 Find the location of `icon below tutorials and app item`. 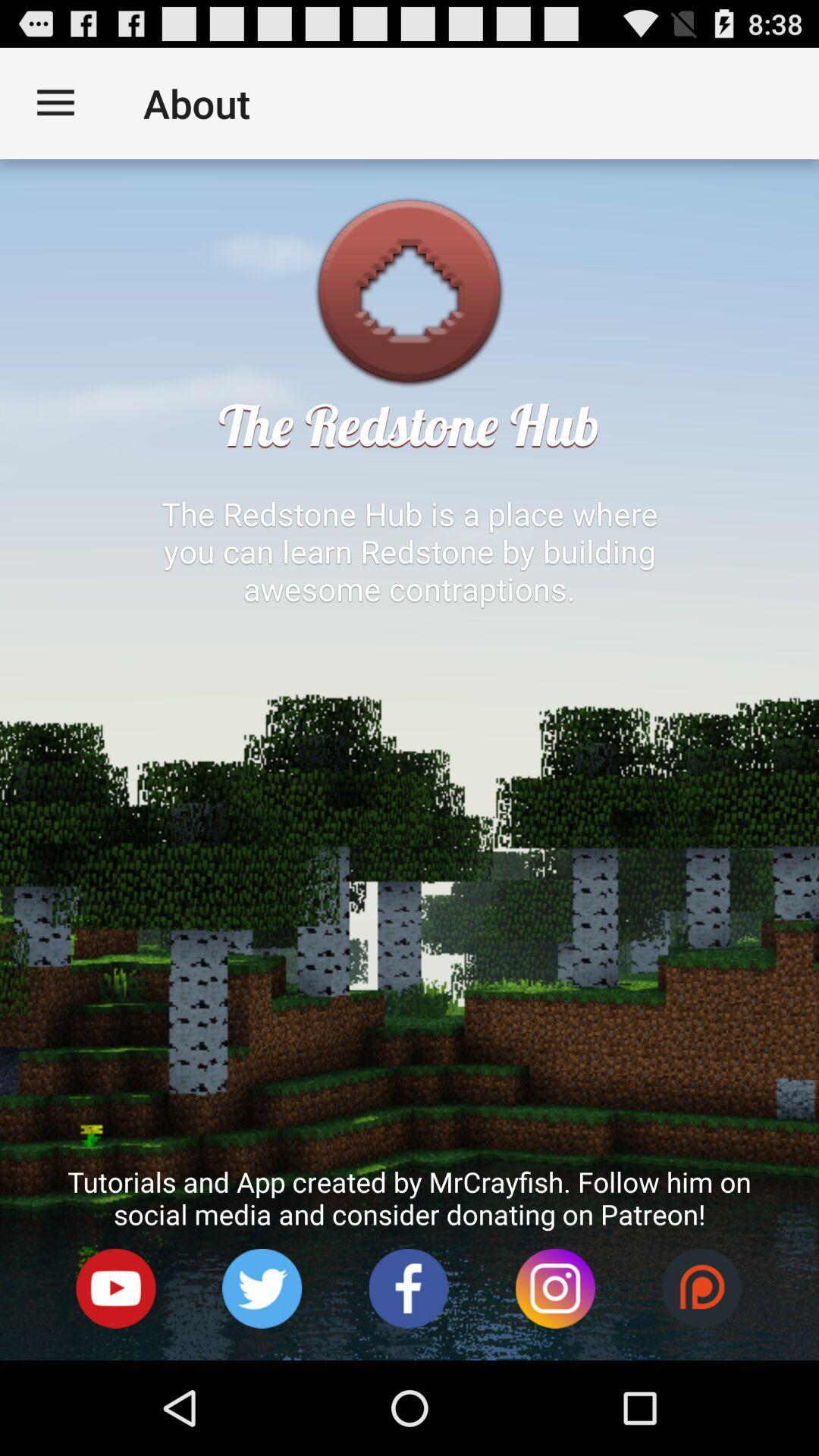

icon below tutorials and app item is located at coordinates (555, 1288).